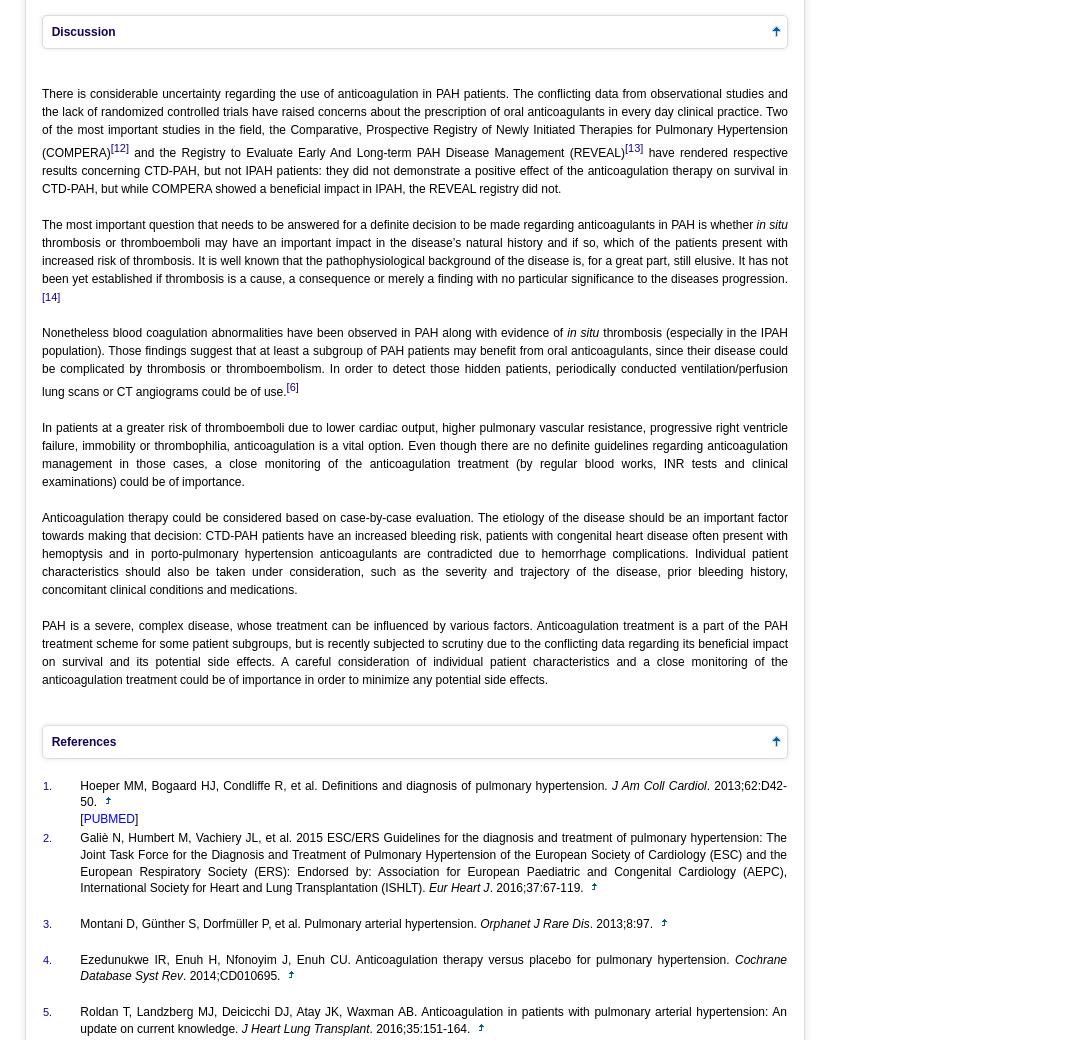 The width and height of the screenshot is (1083, 1040). I want to click on '5.', so click(47, 1012).